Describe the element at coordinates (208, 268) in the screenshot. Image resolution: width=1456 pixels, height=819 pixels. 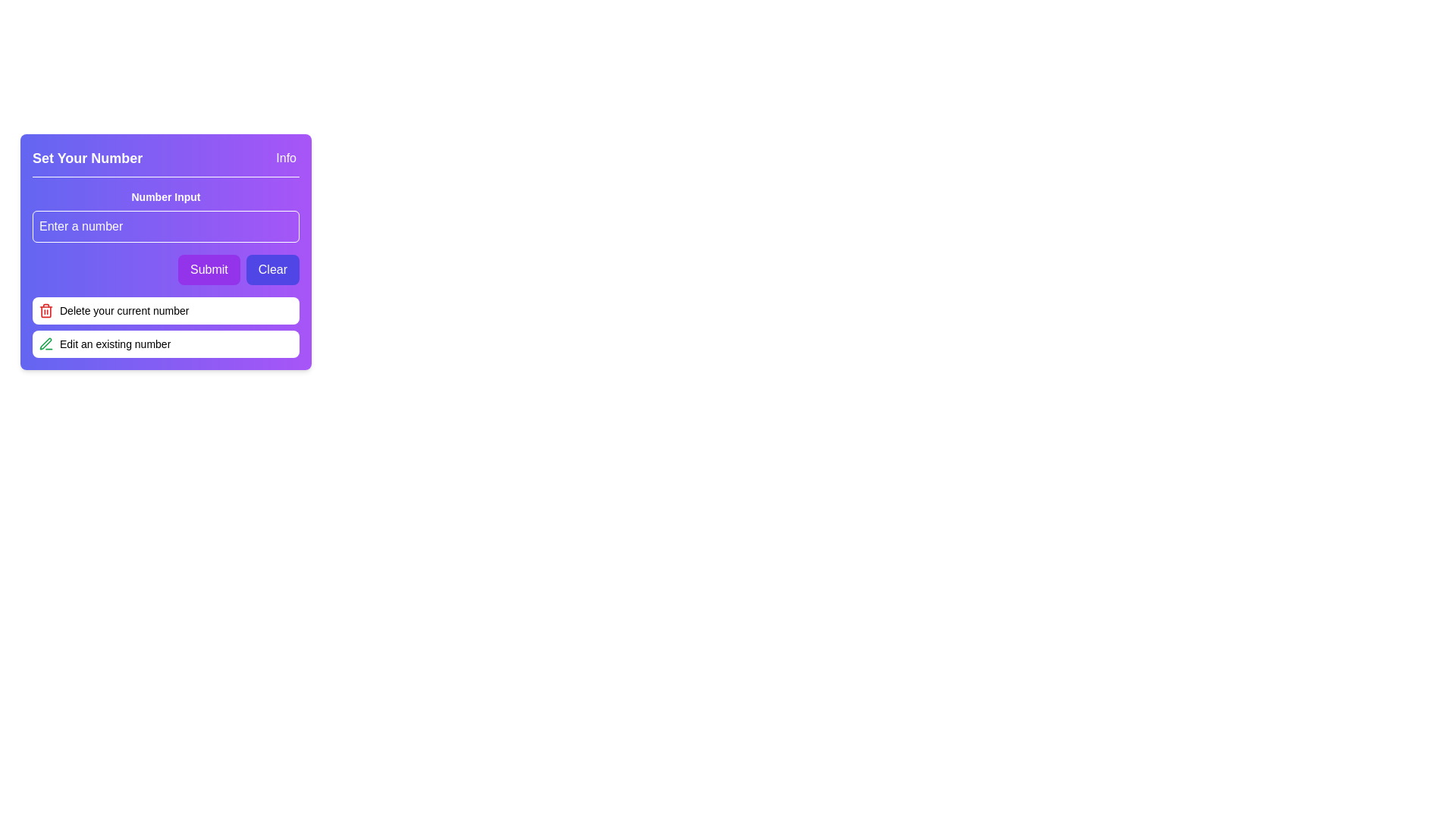
I see `the 'Submit' button, which is a rounded rectangle filled with vibrant purple and contains bold white text` at that location.